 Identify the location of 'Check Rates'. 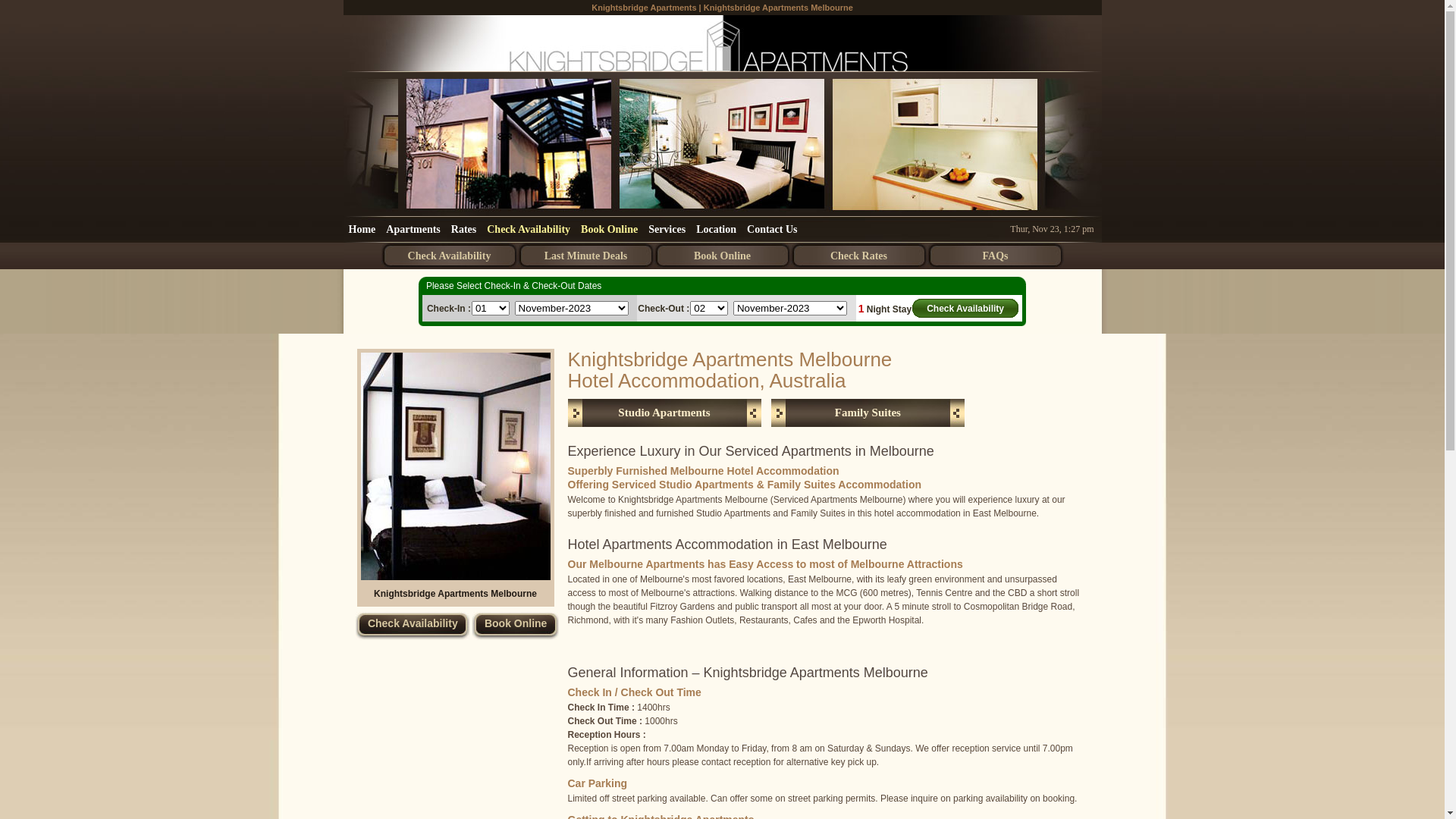
(858, 255).